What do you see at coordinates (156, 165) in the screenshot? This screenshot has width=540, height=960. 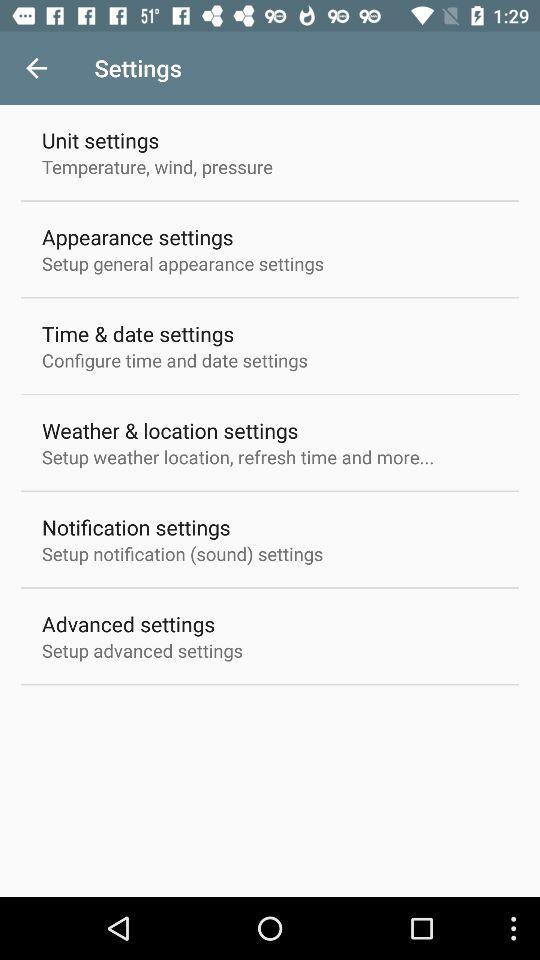 I see `the temperature, wind, pressure item` at bounding box center [156, 165].